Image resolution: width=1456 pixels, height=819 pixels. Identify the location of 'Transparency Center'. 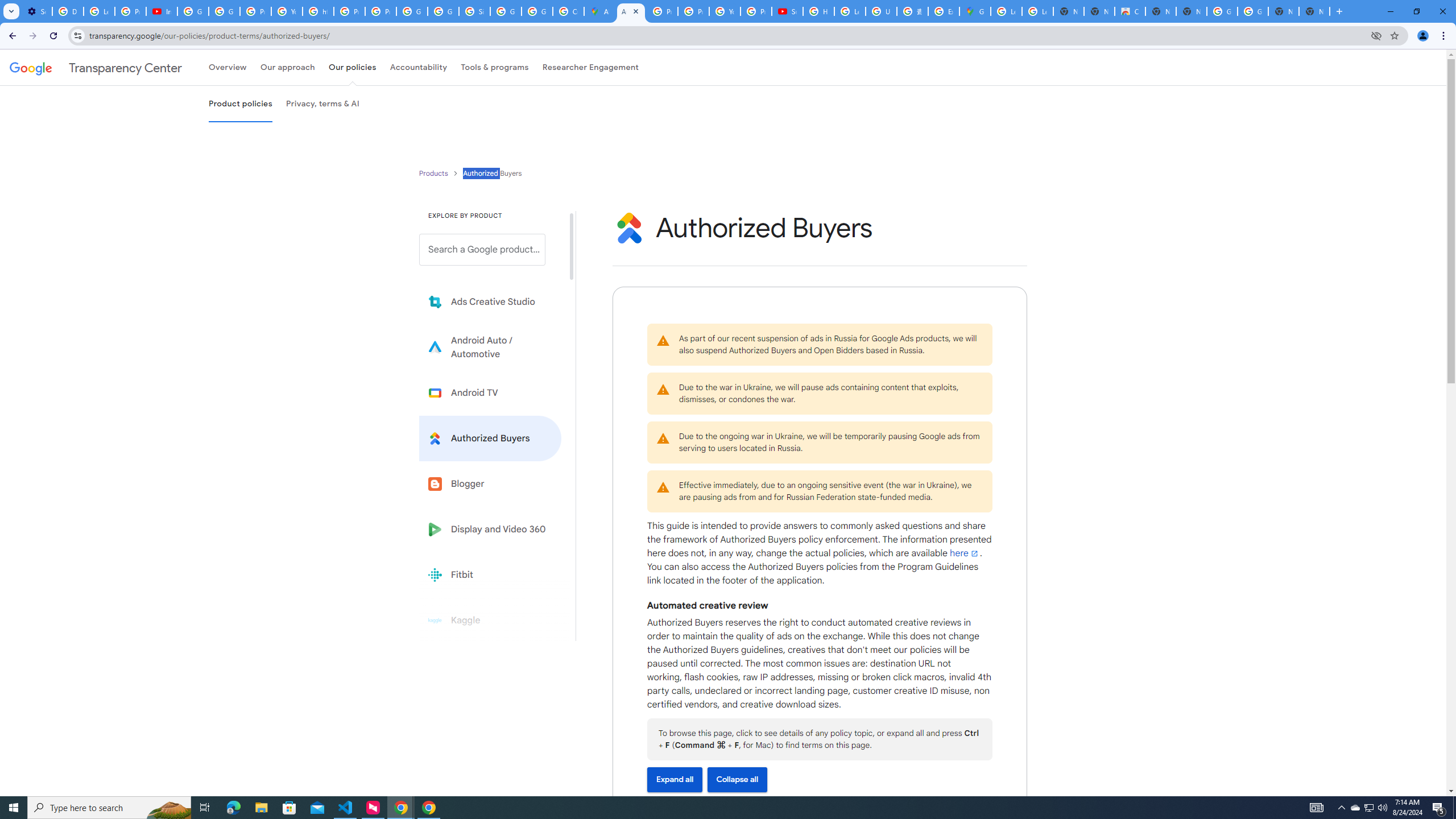
(95, 67).